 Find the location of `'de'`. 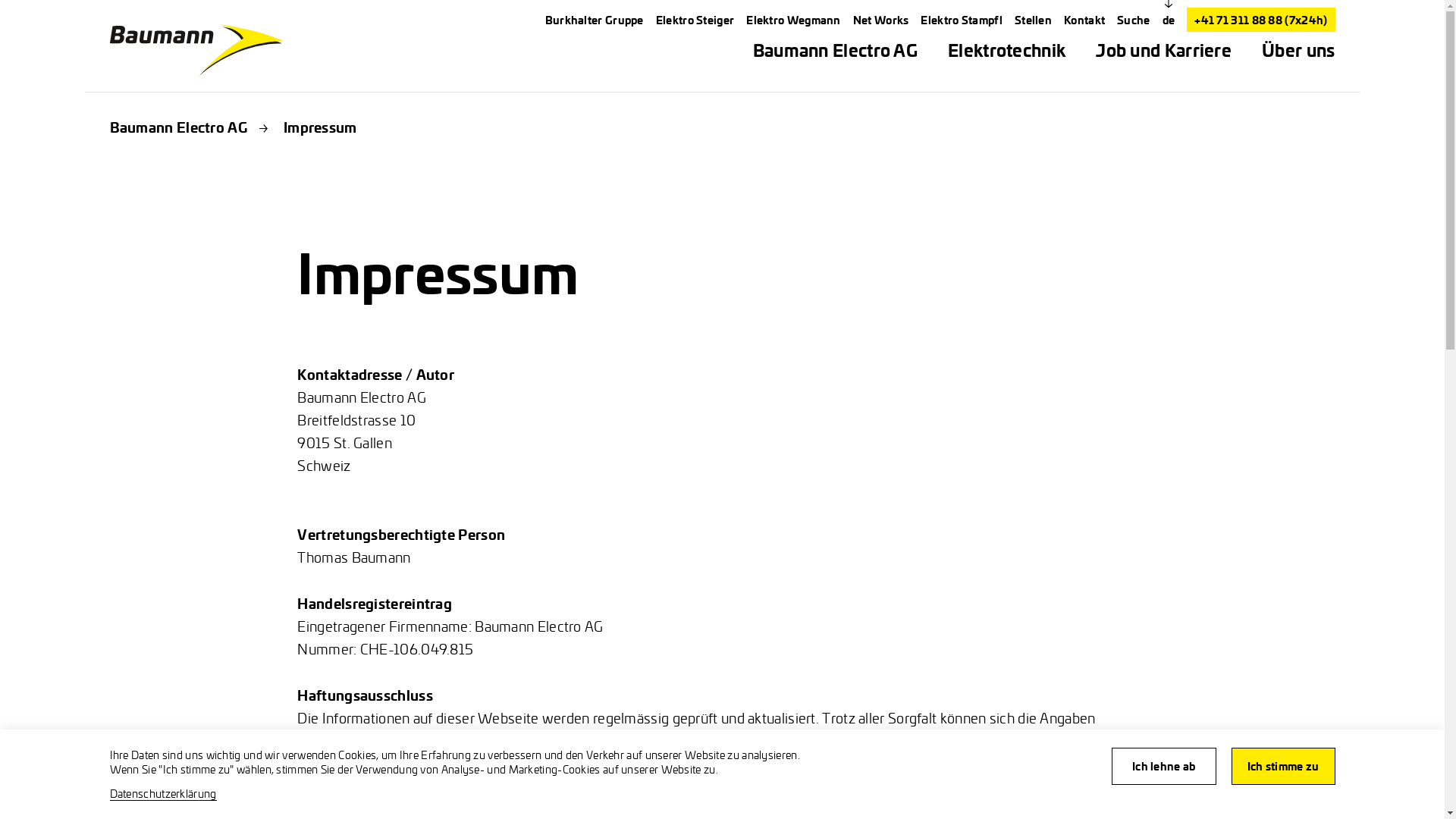

'de' is located at coordinates (1168, 20).